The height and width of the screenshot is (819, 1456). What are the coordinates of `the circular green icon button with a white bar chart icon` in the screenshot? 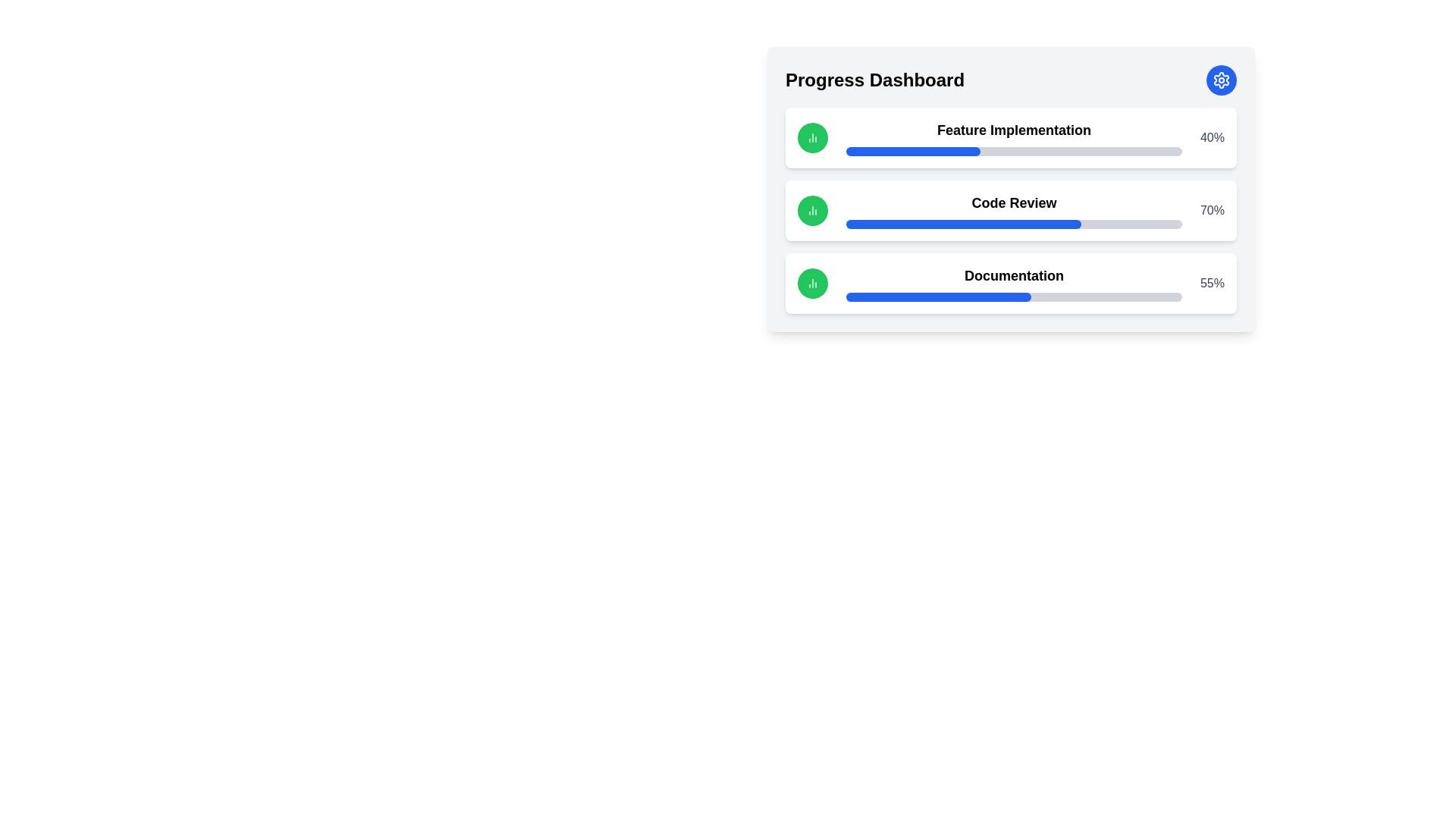 It's located at (811, 284).